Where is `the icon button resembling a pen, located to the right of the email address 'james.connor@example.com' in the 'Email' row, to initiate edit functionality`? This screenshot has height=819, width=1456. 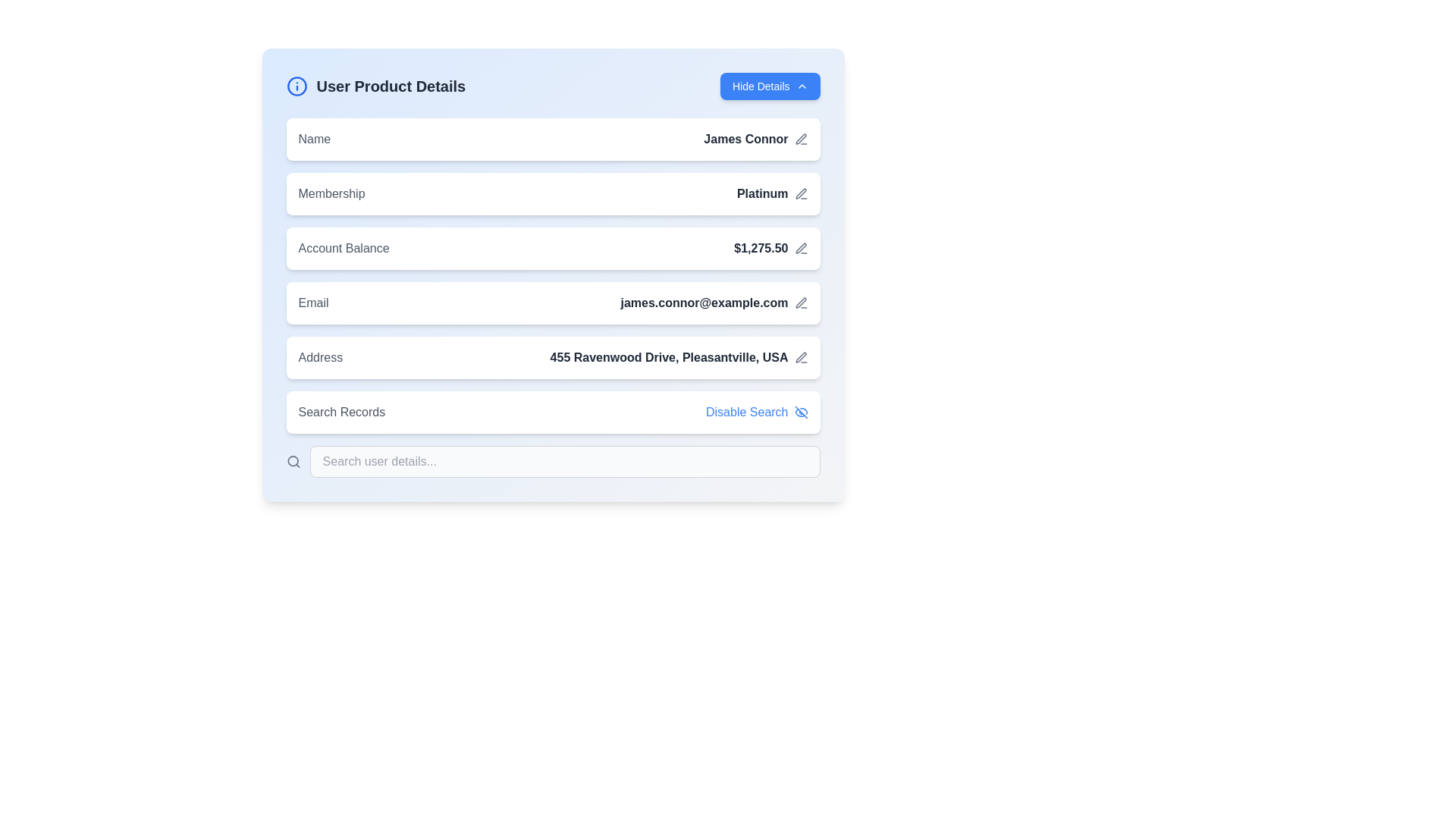 the icon button resembling a pen, located to the right of the email address 'james.connor@example.com' in the 'Email' row, to initiate edit functionality is located at coordinates (800, 303).